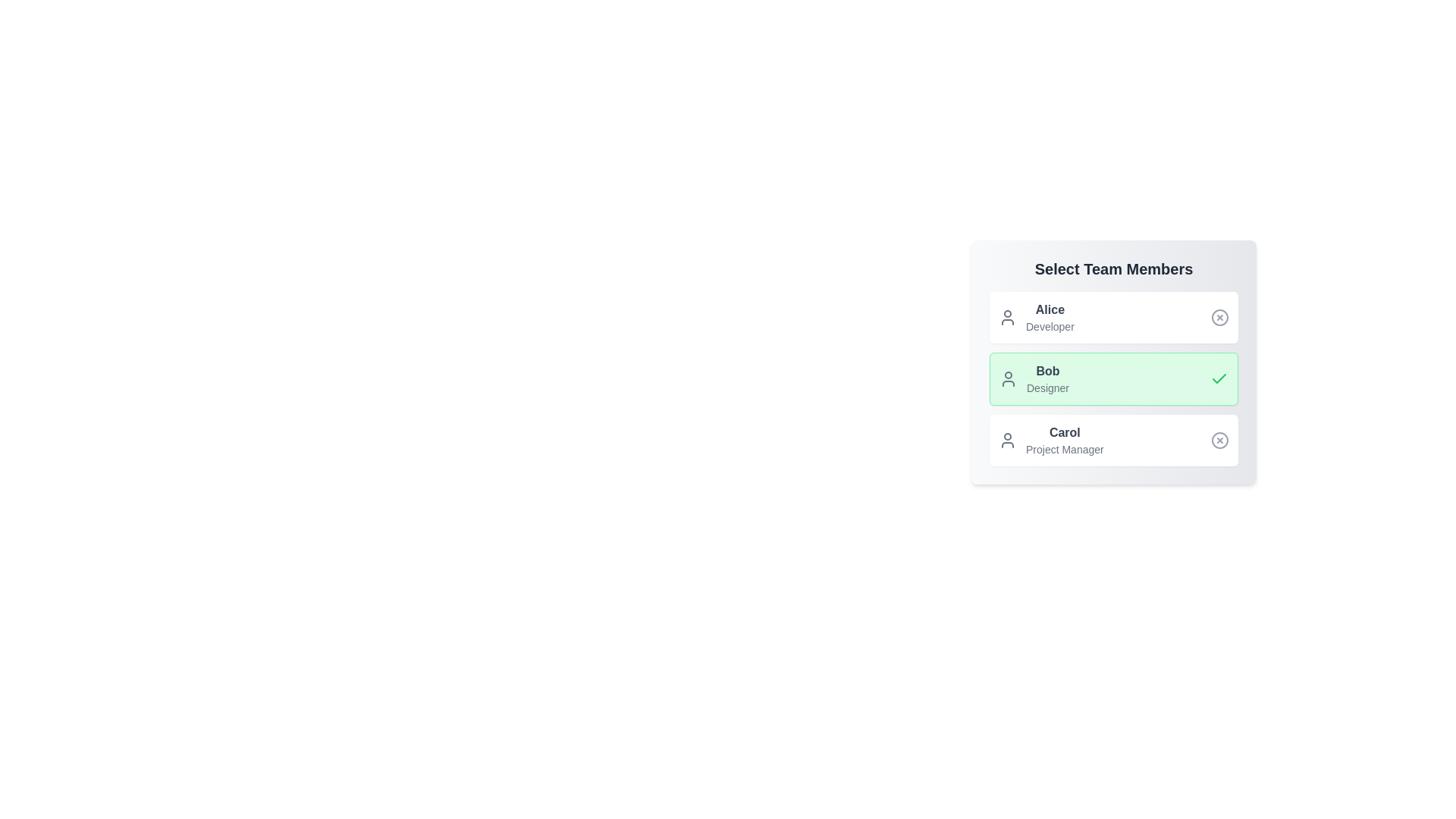 Image resolution: width=1456 pixels, height=819 pixels. Describe the element at coordinates (1113, 441) in the screenshot. I see `the profile chip for Carol` at that location.